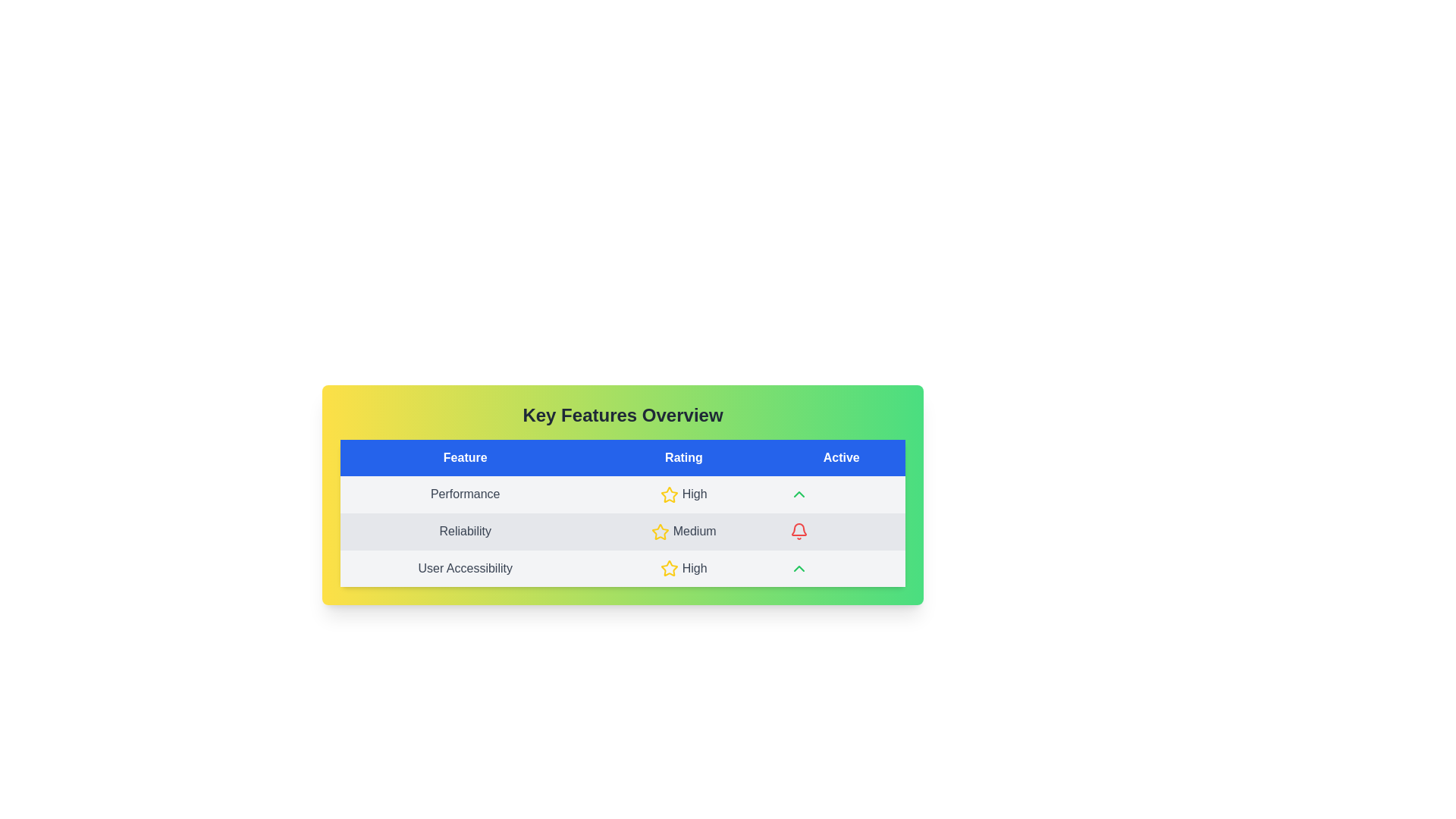  I want to click on the empty cell in the 'Active' column of the table, specifically in the row labeled 'User Accessibility', so click(840, 568).